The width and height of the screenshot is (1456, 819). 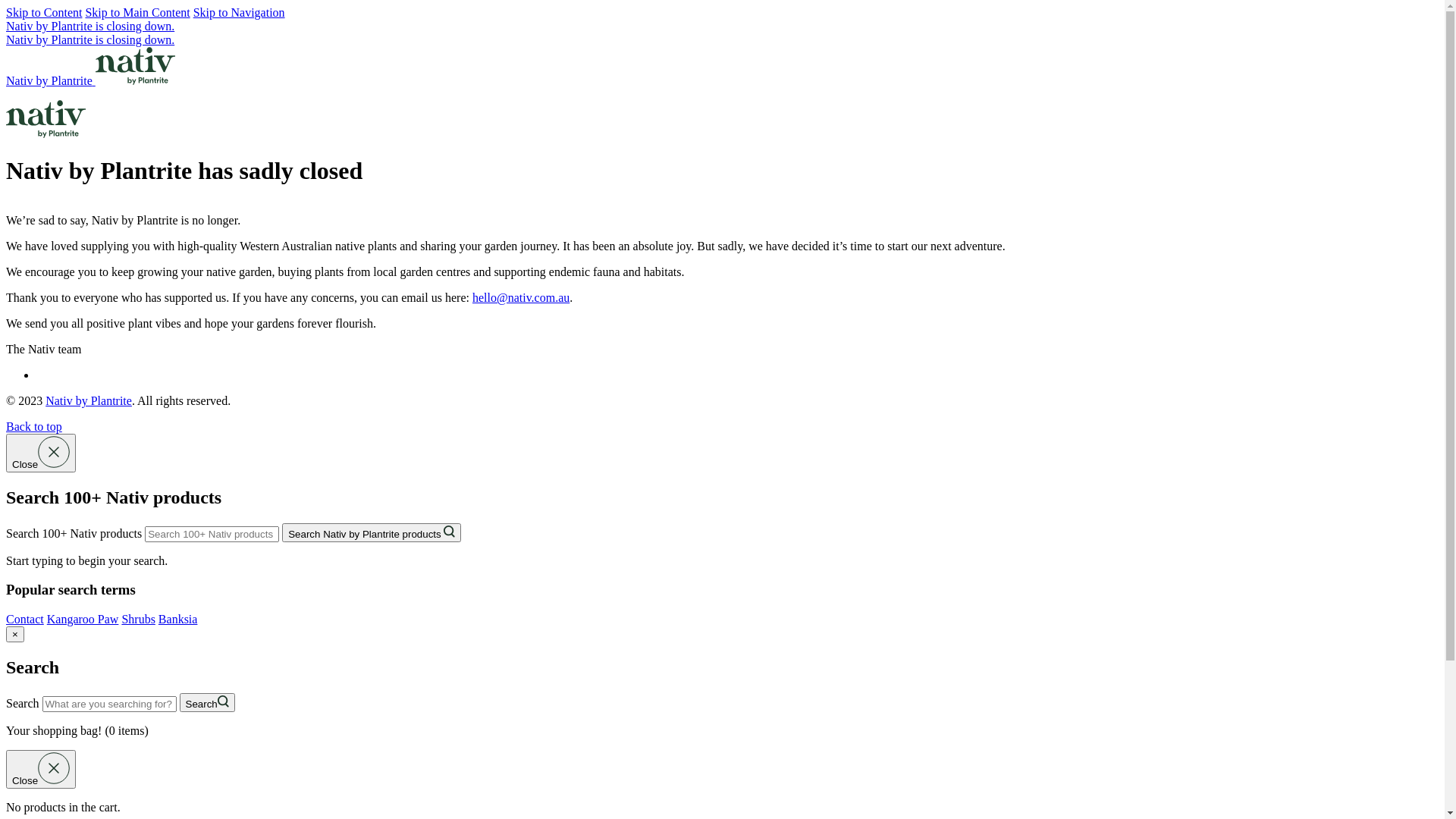 What do you see at coordinates (520, 297) in the screenshot?
I see `'hello@nativ.com.au'` at bounding box center [520, 297].